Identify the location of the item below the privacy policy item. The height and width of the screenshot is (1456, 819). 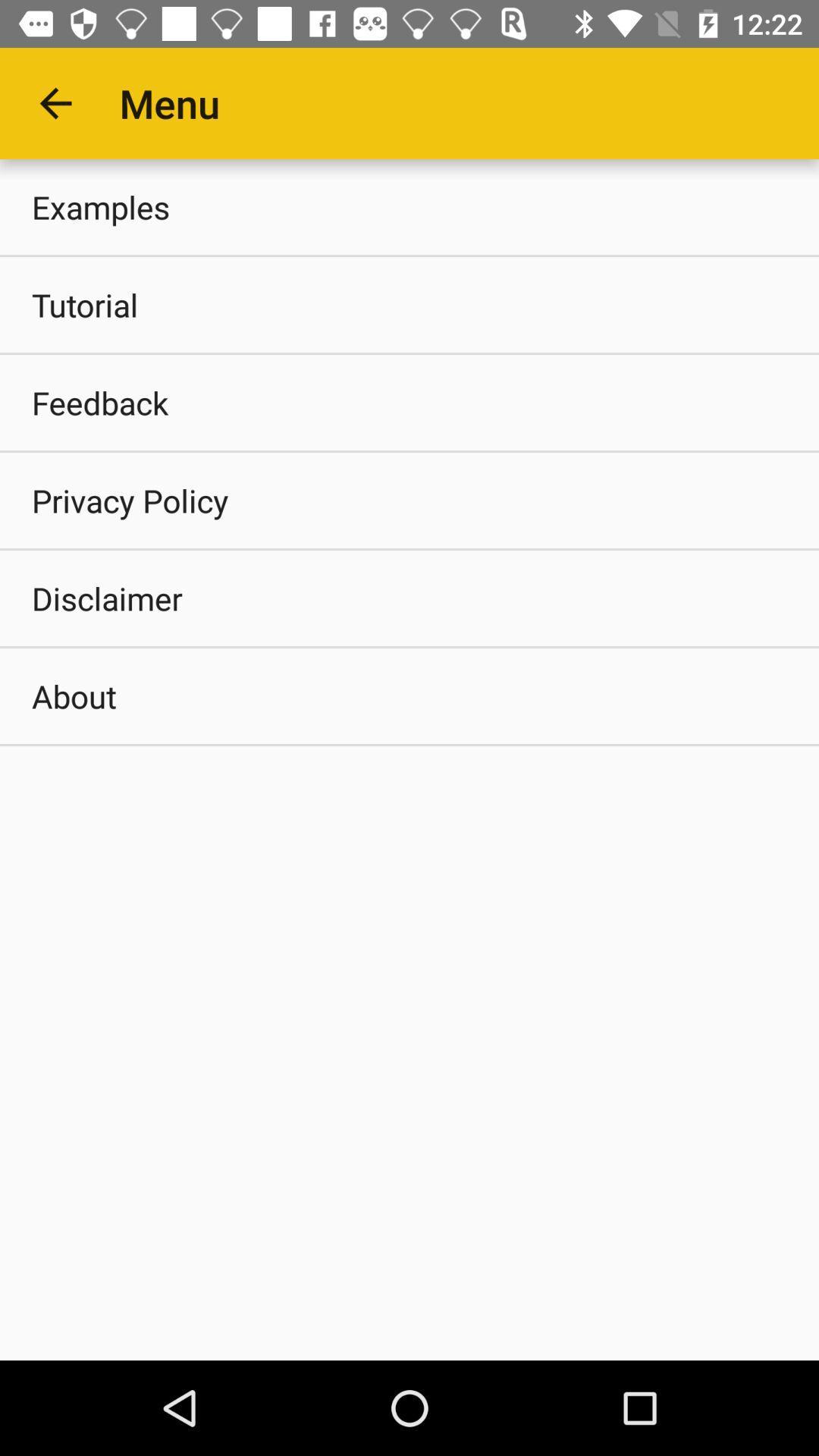
(409, 597).